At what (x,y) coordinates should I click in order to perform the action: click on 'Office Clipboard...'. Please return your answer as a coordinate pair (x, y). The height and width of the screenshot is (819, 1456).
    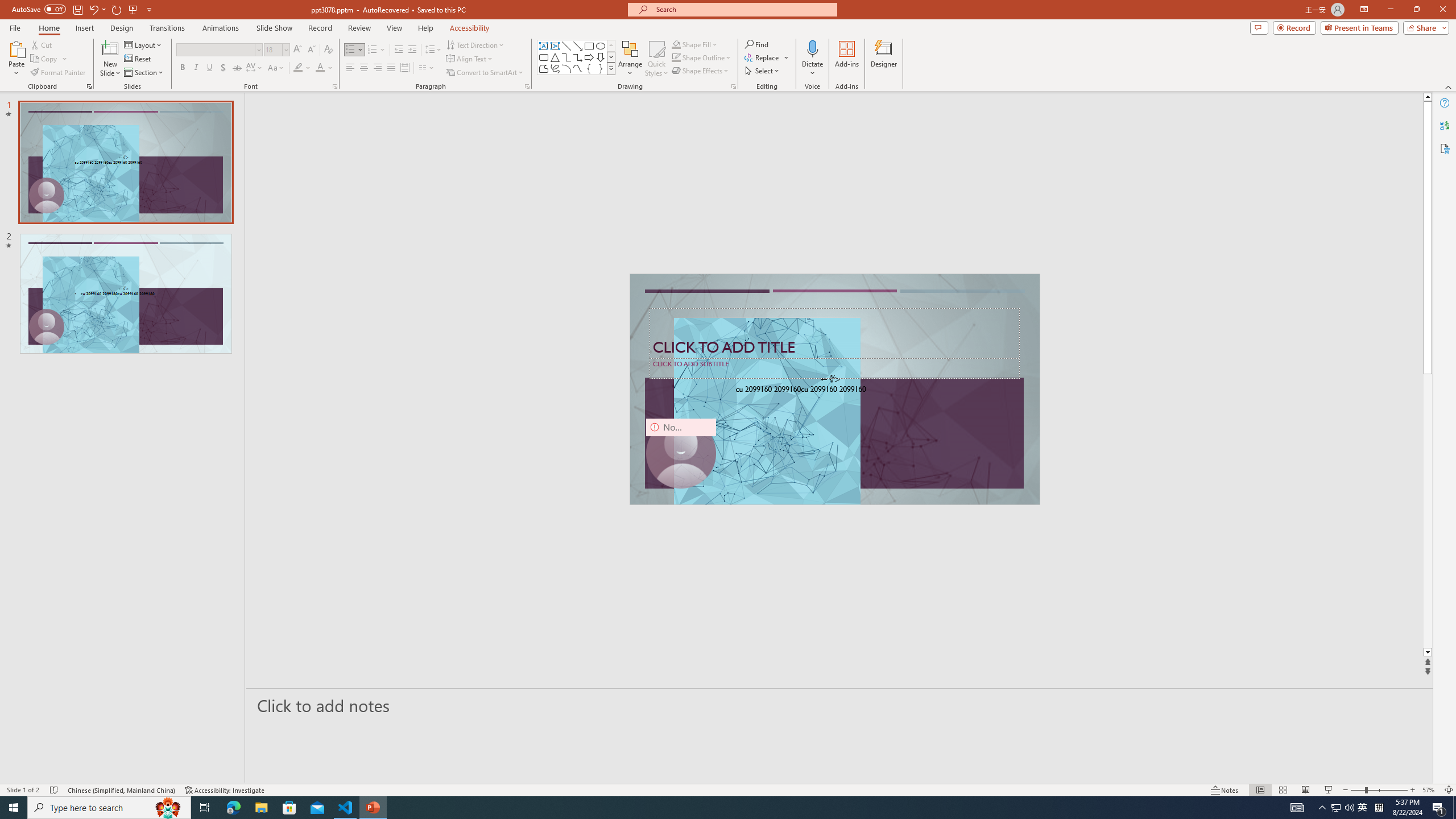
    Looking at the image, I should click on (88, 85).